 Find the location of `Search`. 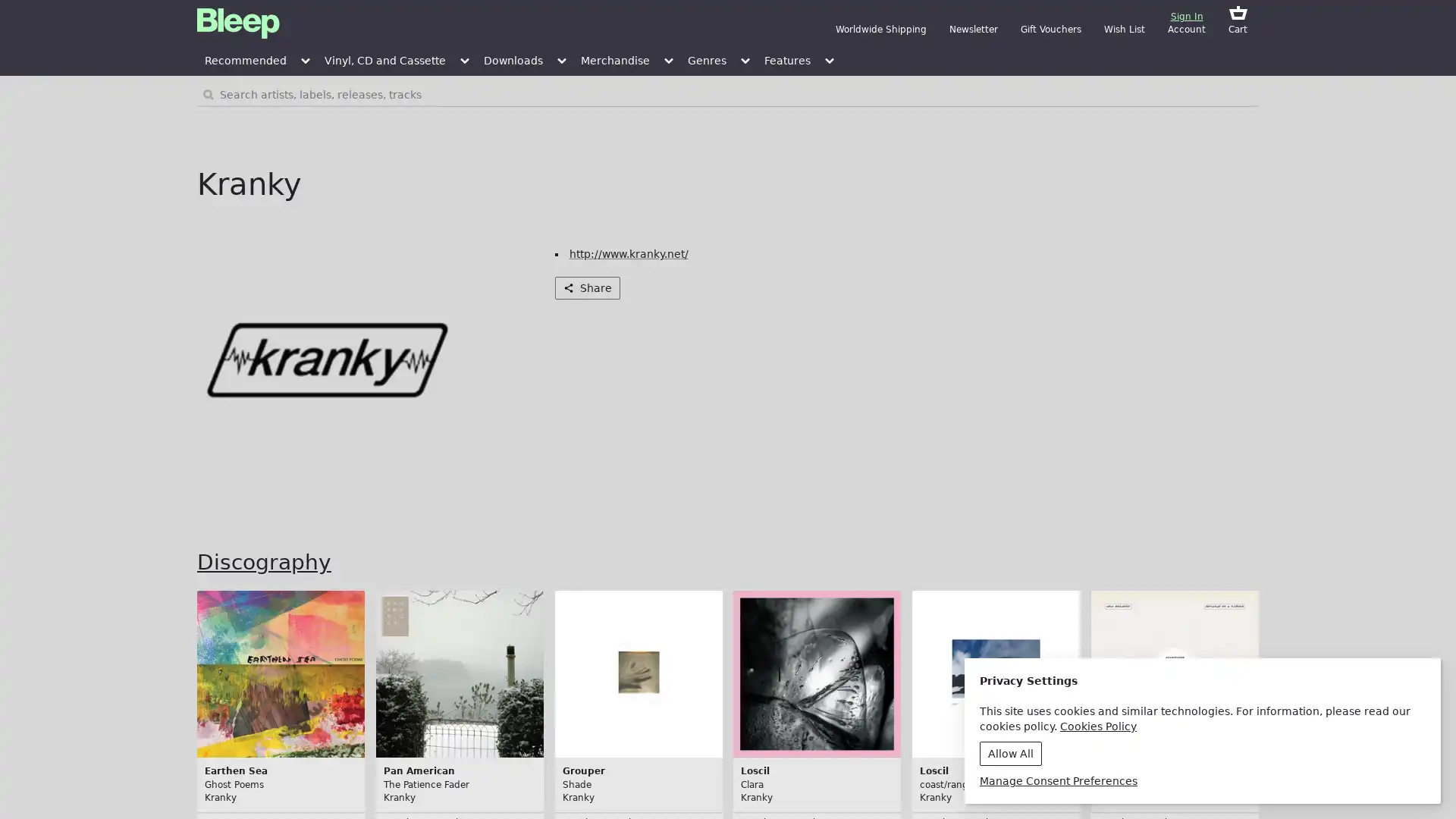

Search is located at coordinates (1174, 94).